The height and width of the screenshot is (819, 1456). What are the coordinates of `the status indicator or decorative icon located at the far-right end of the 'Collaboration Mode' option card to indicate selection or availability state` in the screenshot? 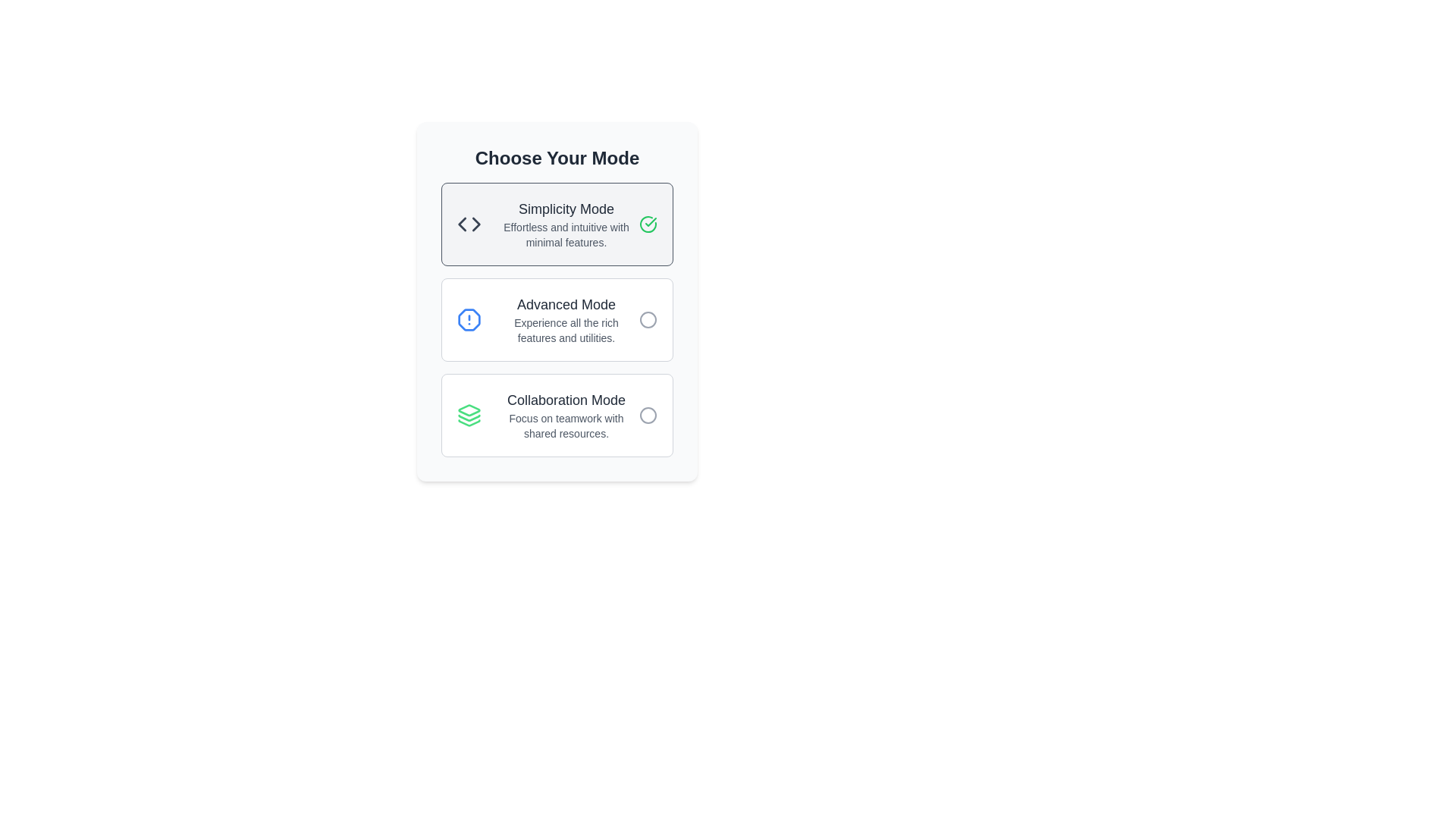 It's located at (648, 415).